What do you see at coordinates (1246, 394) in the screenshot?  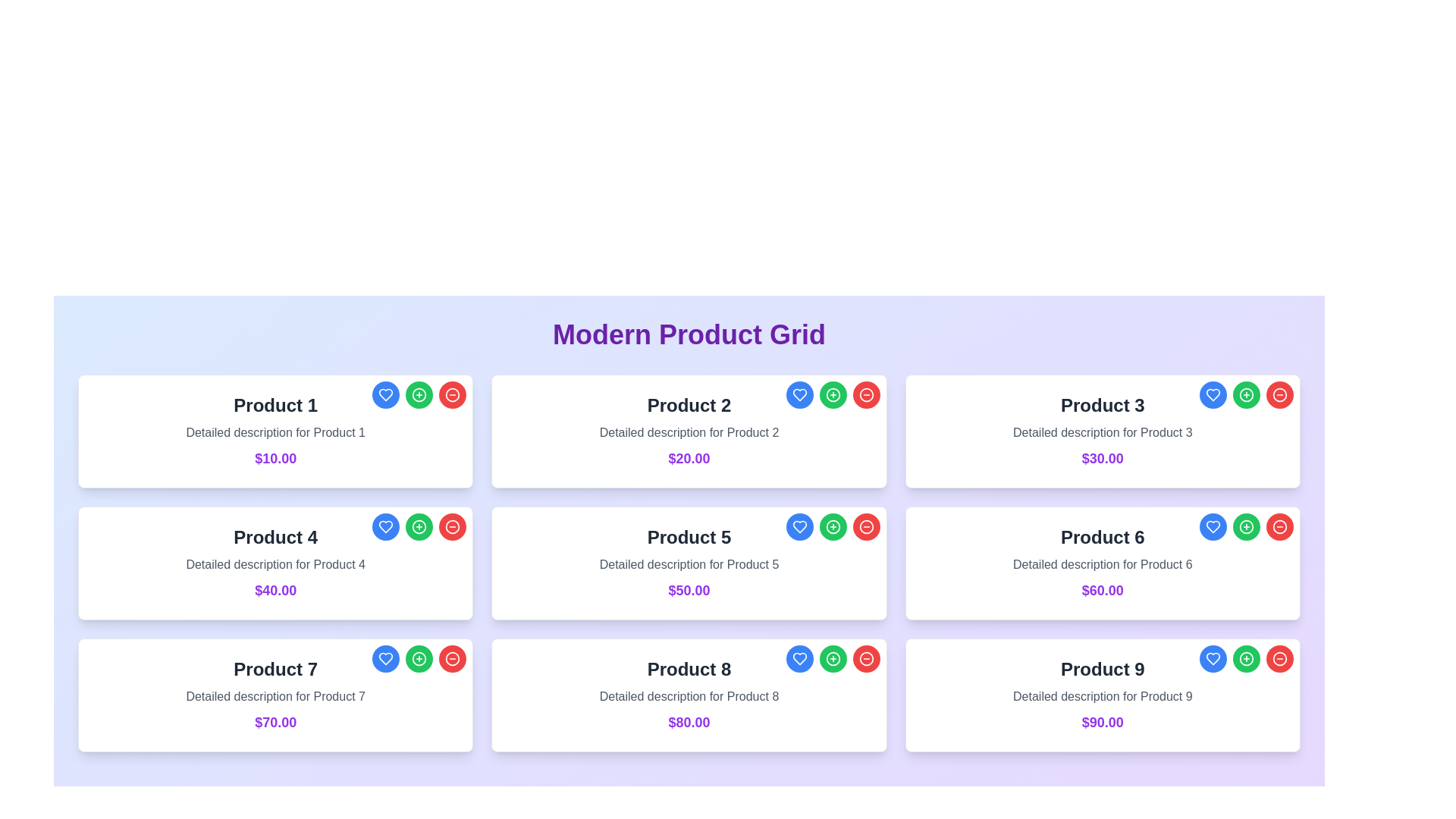 I see `the circular green button with a white border and a plus sign` at bounding box center [1246, 394].